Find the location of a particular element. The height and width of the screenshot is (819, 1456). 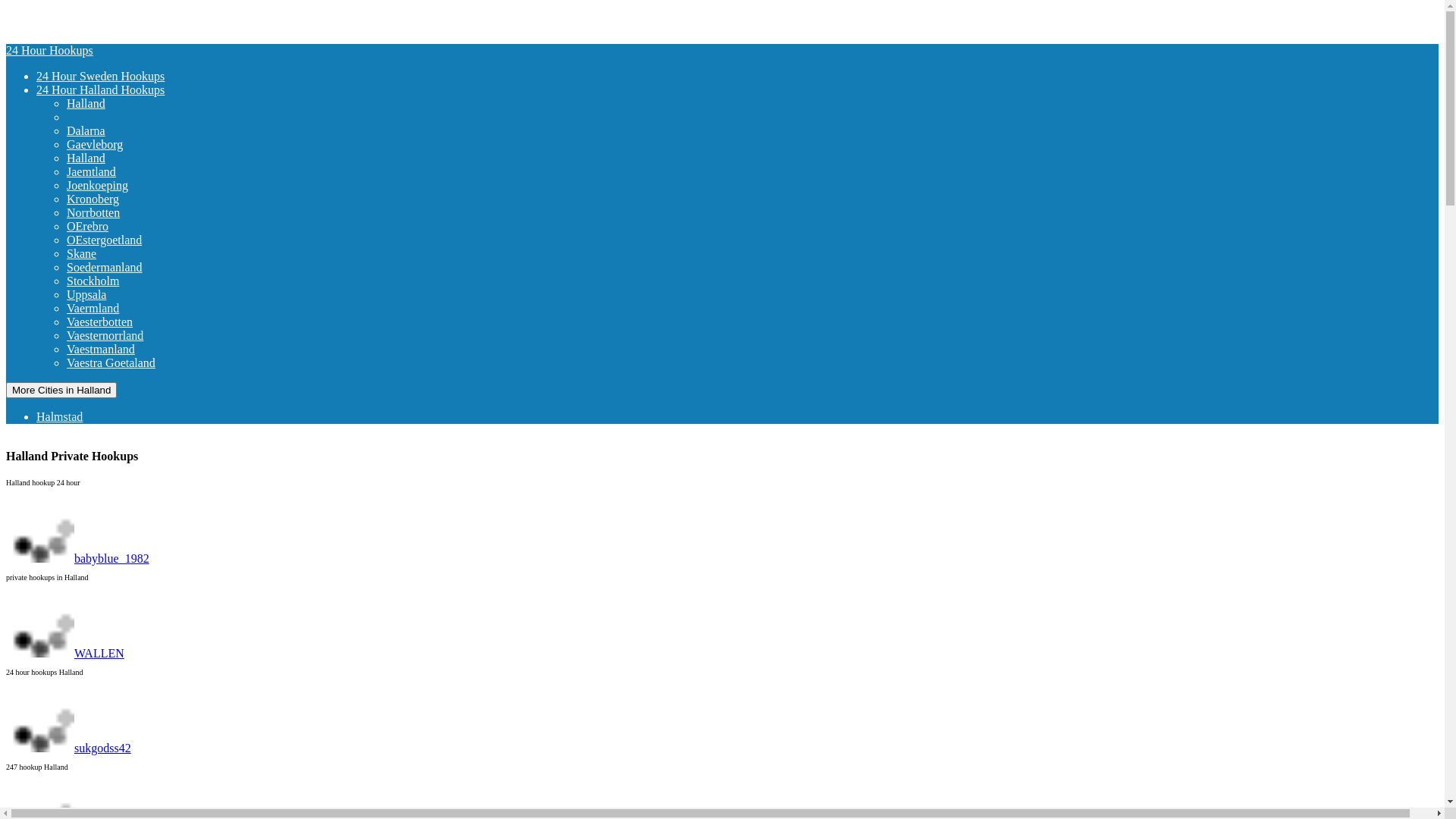

'Dalarna' is located at coordinates (111, 130).